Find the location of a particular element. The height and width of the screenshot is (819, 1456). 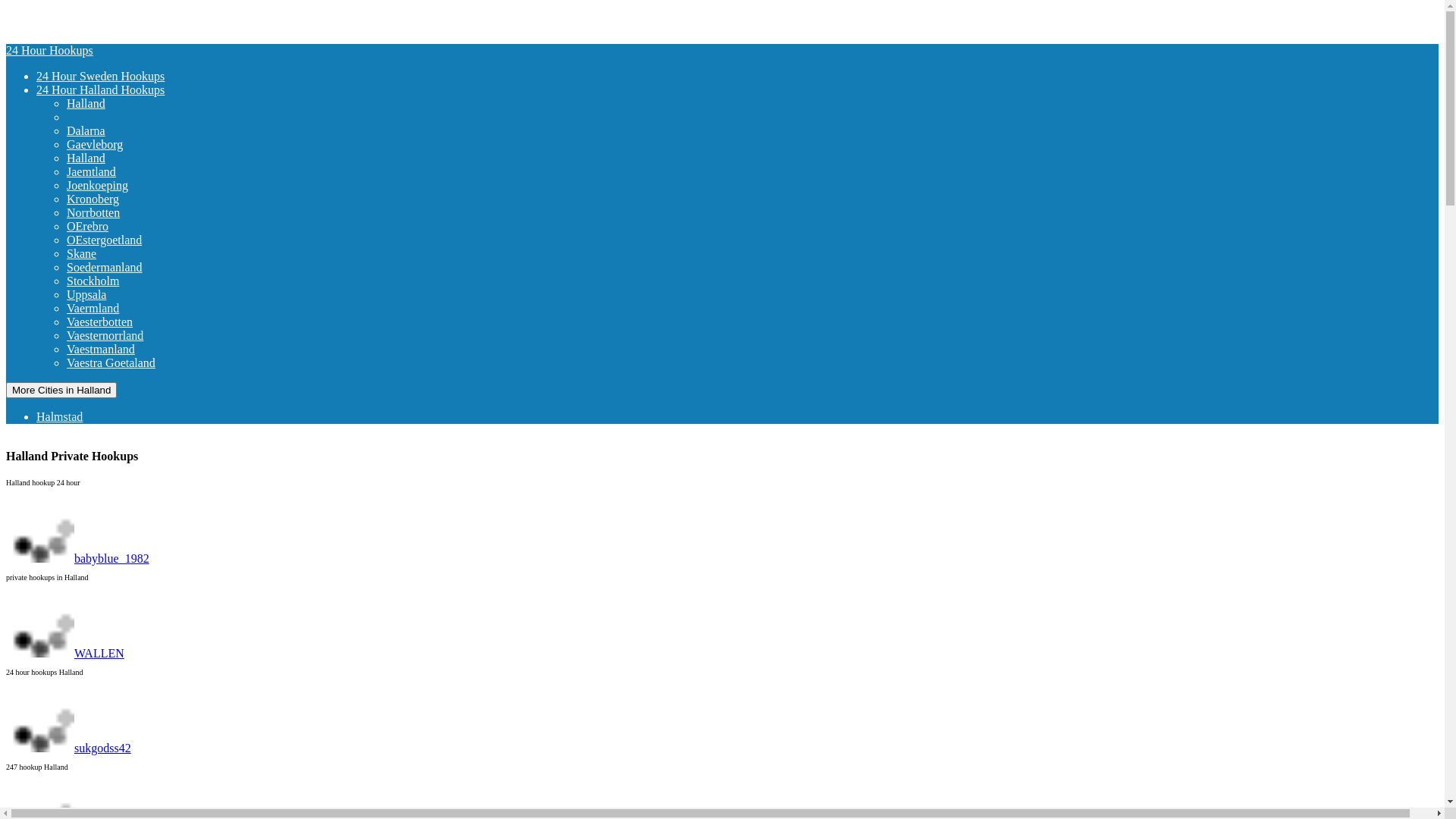

'Dalarna' is located at coordinates (111, 130).